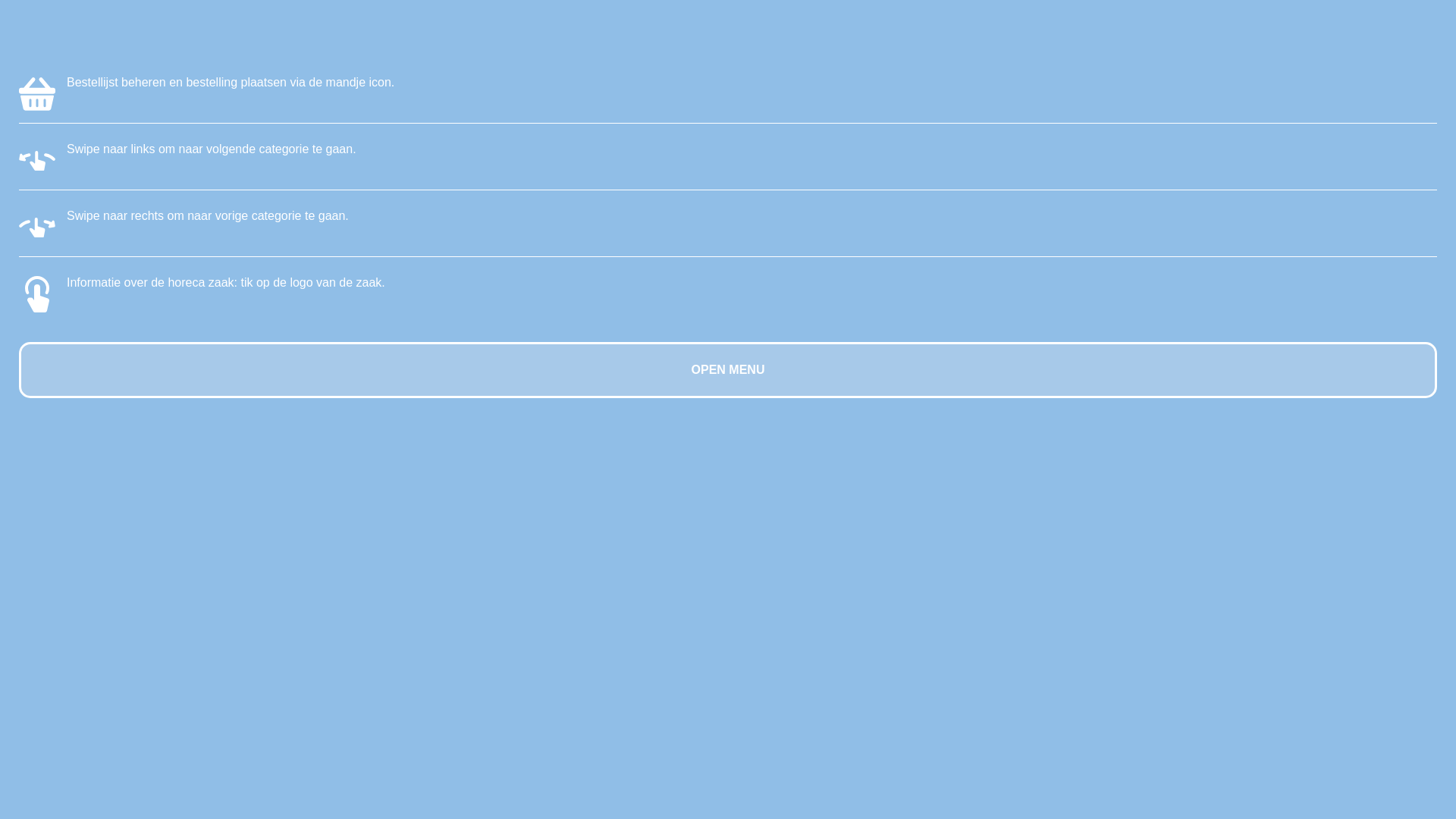  I want to click on 'OPEN MENU', so click(728, 370).